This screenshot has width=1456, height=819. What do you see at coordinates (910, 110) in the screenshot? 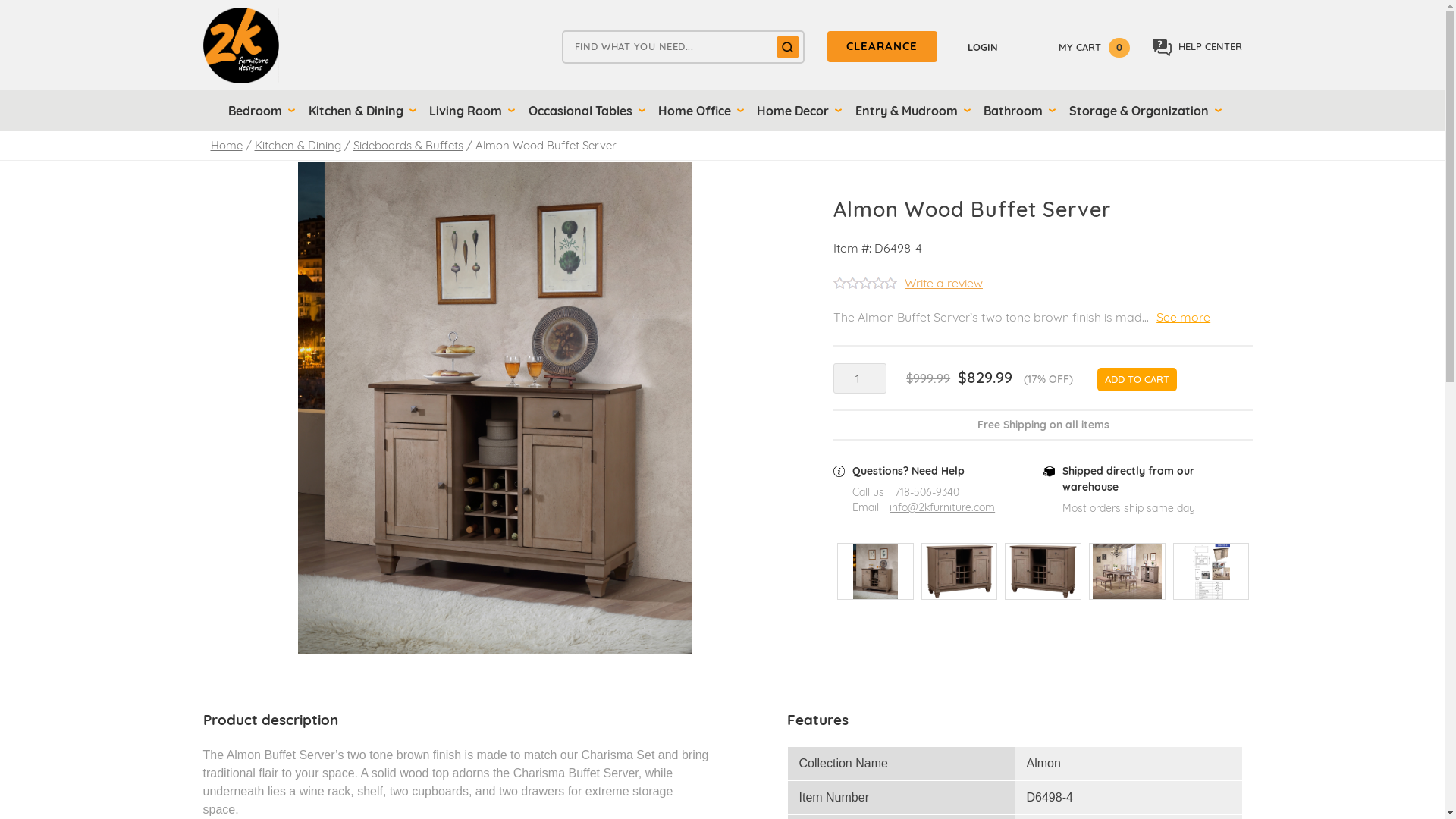
I see `'Entry & Mudroom'` at bounding box center [910, 110].